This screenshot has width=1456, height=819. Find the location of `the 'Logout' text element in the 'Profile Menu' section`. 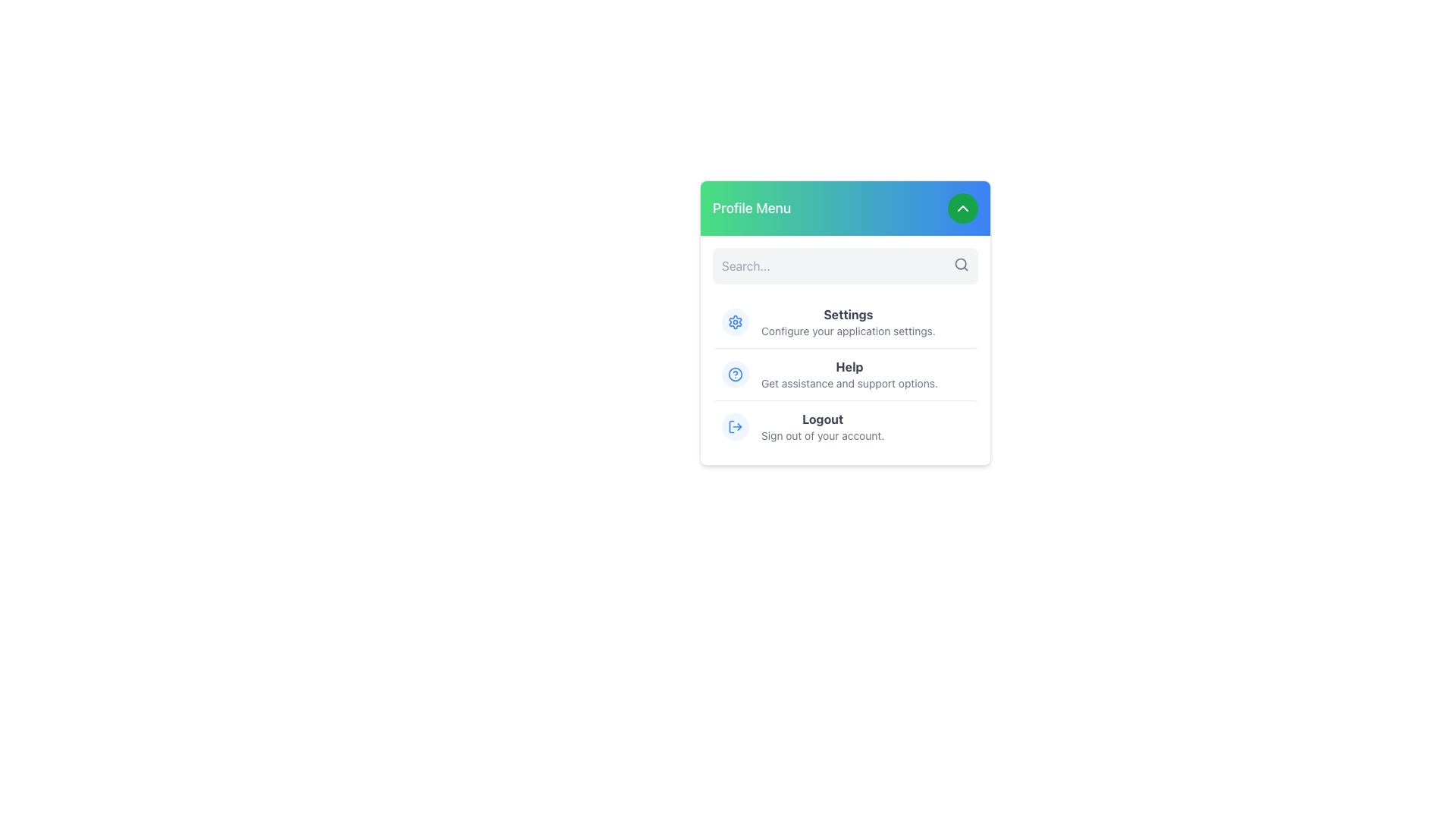

the 'Logout' text element in the 'Profile Menu' section is located at coordinates (822, 427).